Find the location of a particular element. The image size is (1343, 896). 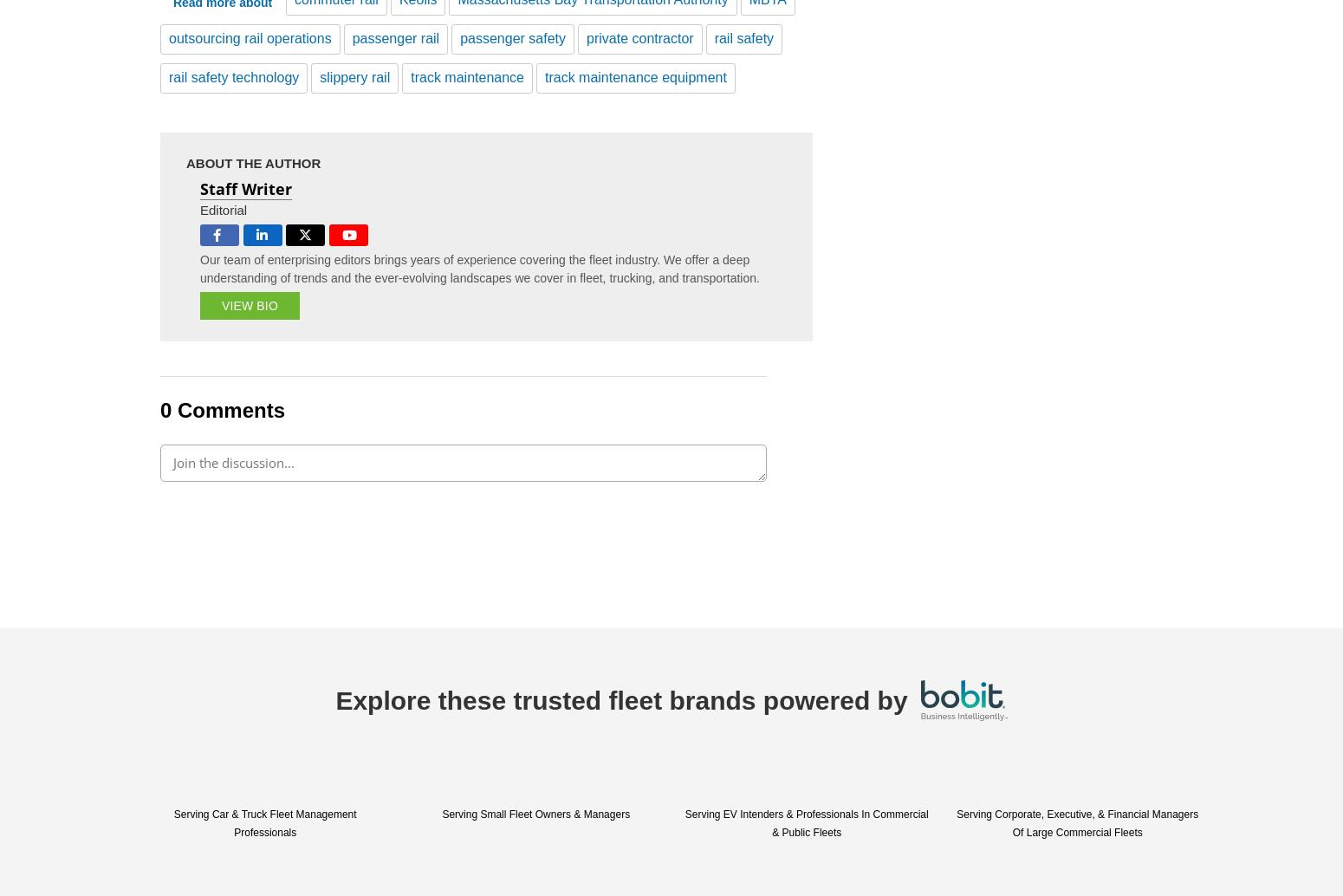

'passenger rail' is located at coordinates (395, 37).